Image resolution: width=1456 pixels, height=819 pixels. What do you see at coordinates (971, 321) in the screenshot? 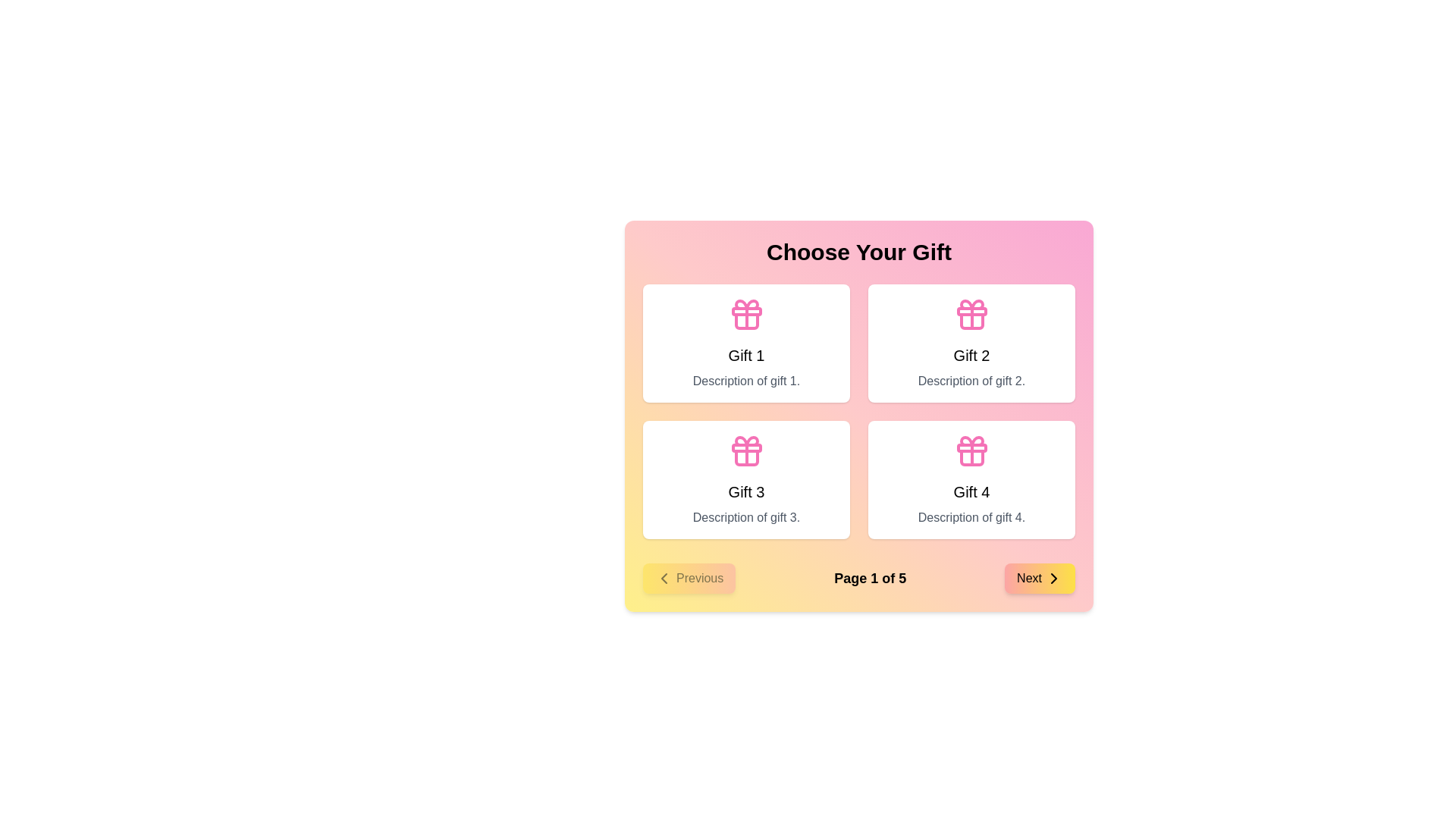
I see `the 'Gift 2' icon element which is part of the gift options grid, located in the second column of the top row` at bounding box center [971, 321].